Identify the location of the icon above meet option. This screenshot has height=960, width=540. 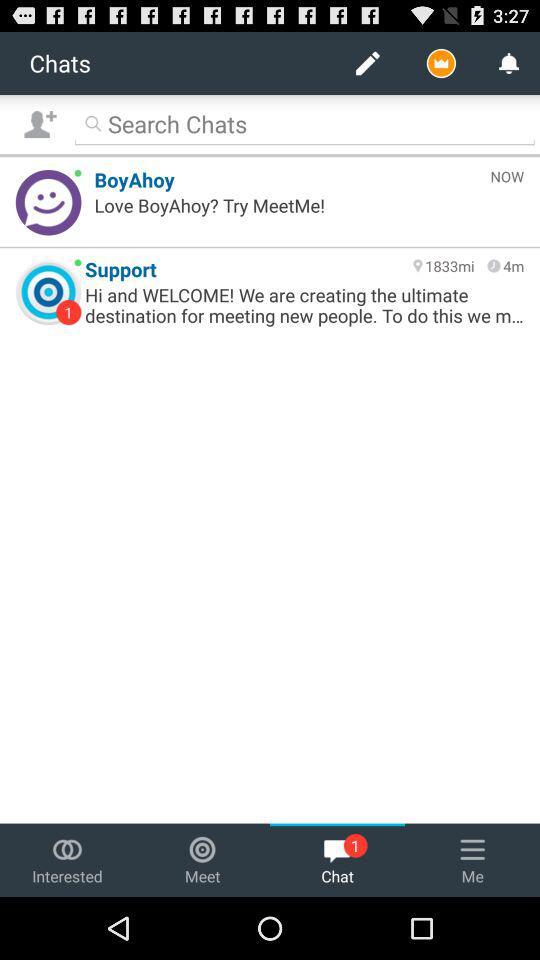
(202, 848).